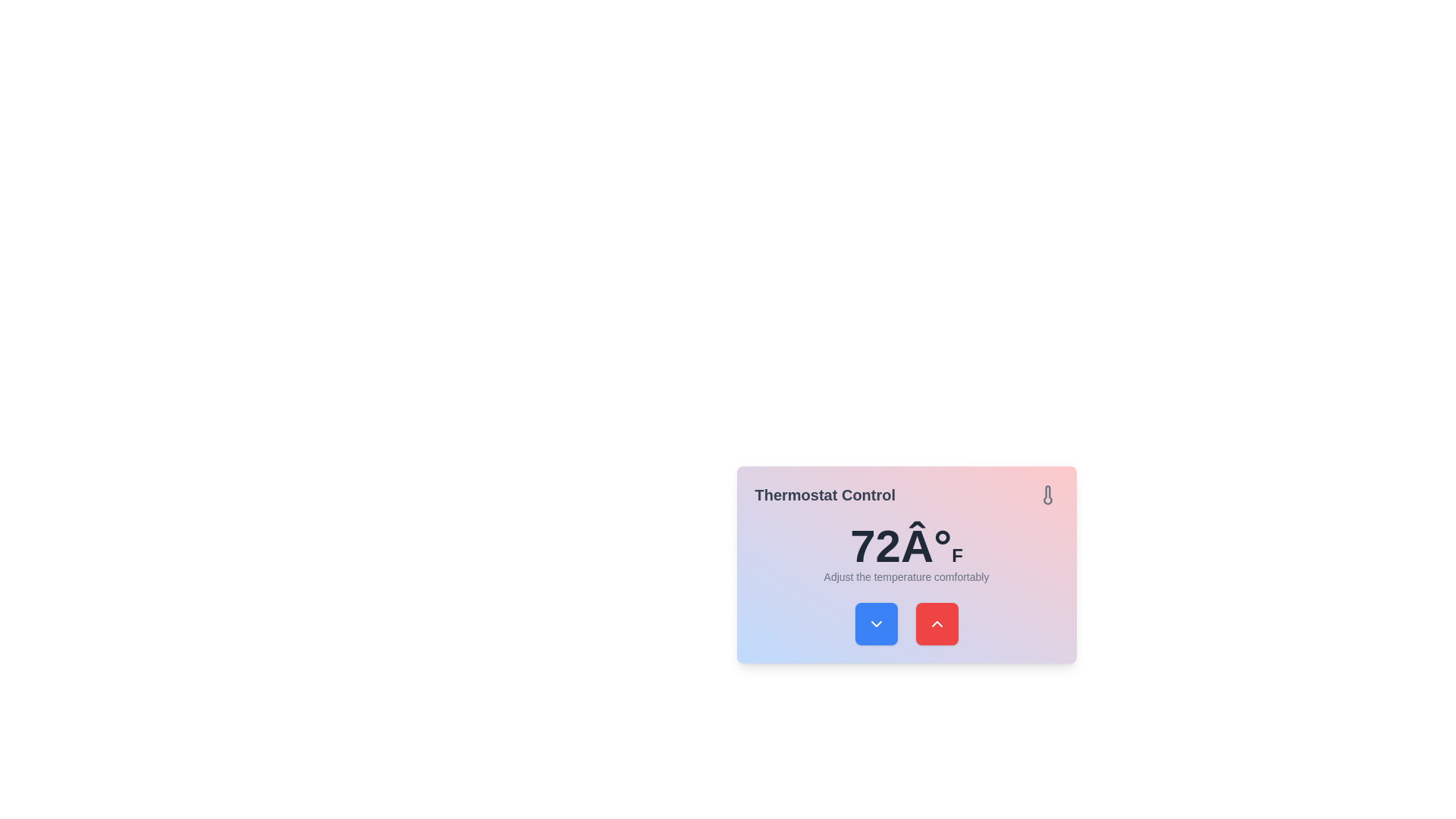  What do you see at coordinates (876, 623) in the screenshot?
I see `the leftmost button on the thermostat interface` at bounding box center [876, 623].